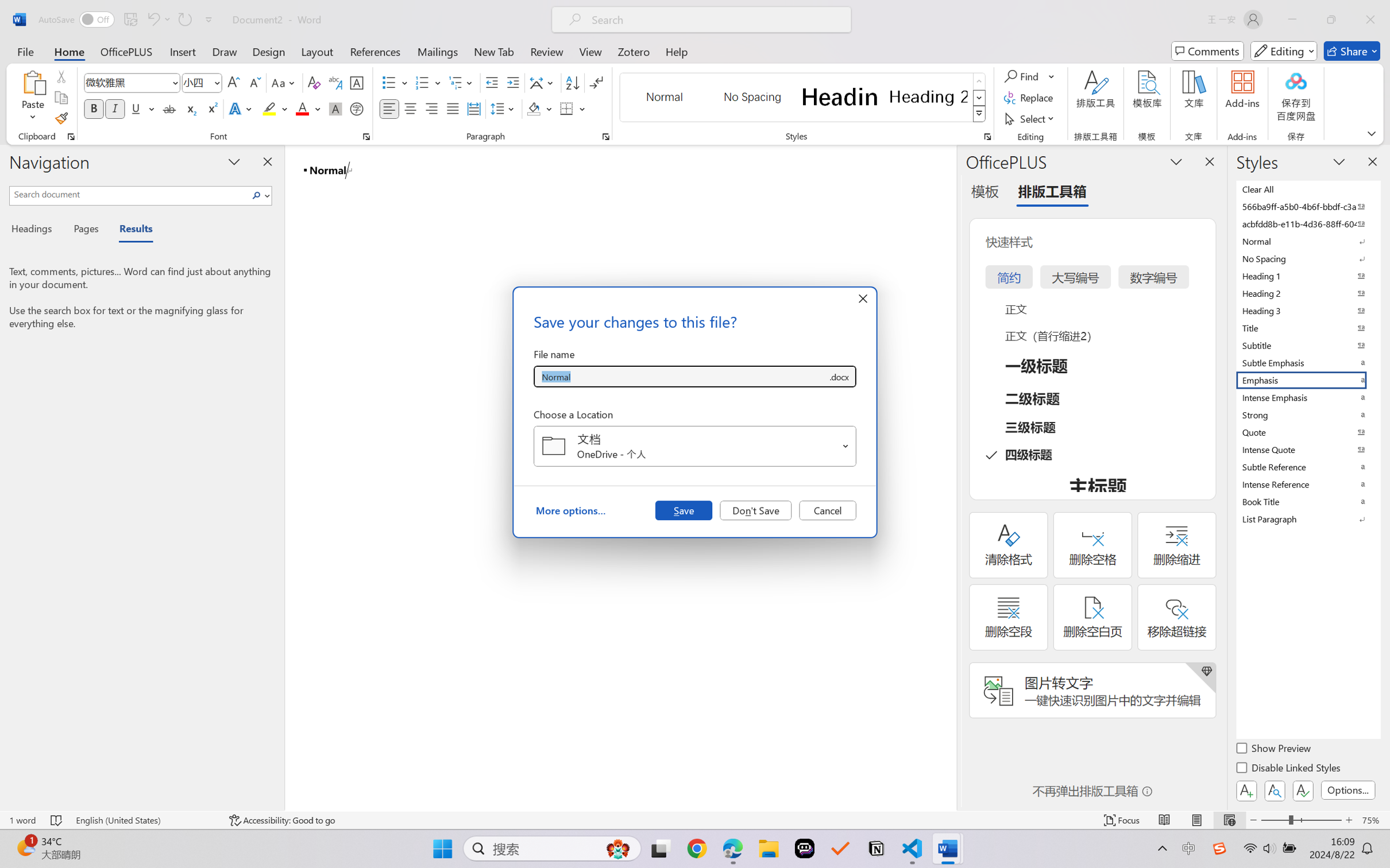 This screenshot has height=868, width=1390. I want to click on 'Asian Layout', so click(542, 83).